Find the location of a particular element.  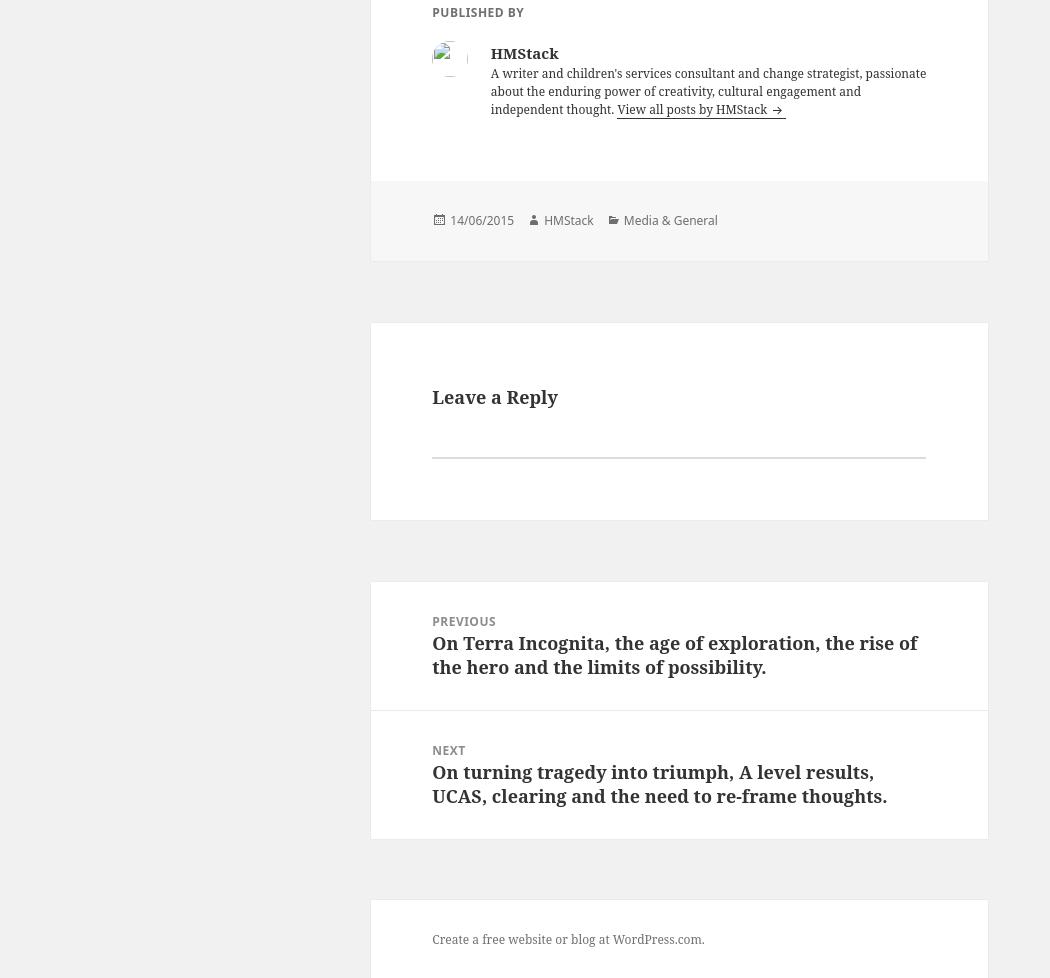

'On Terra Incognita, the age of exploration, the rise of the hero and the limits of possibility.' is located at coordinates (430, 653).